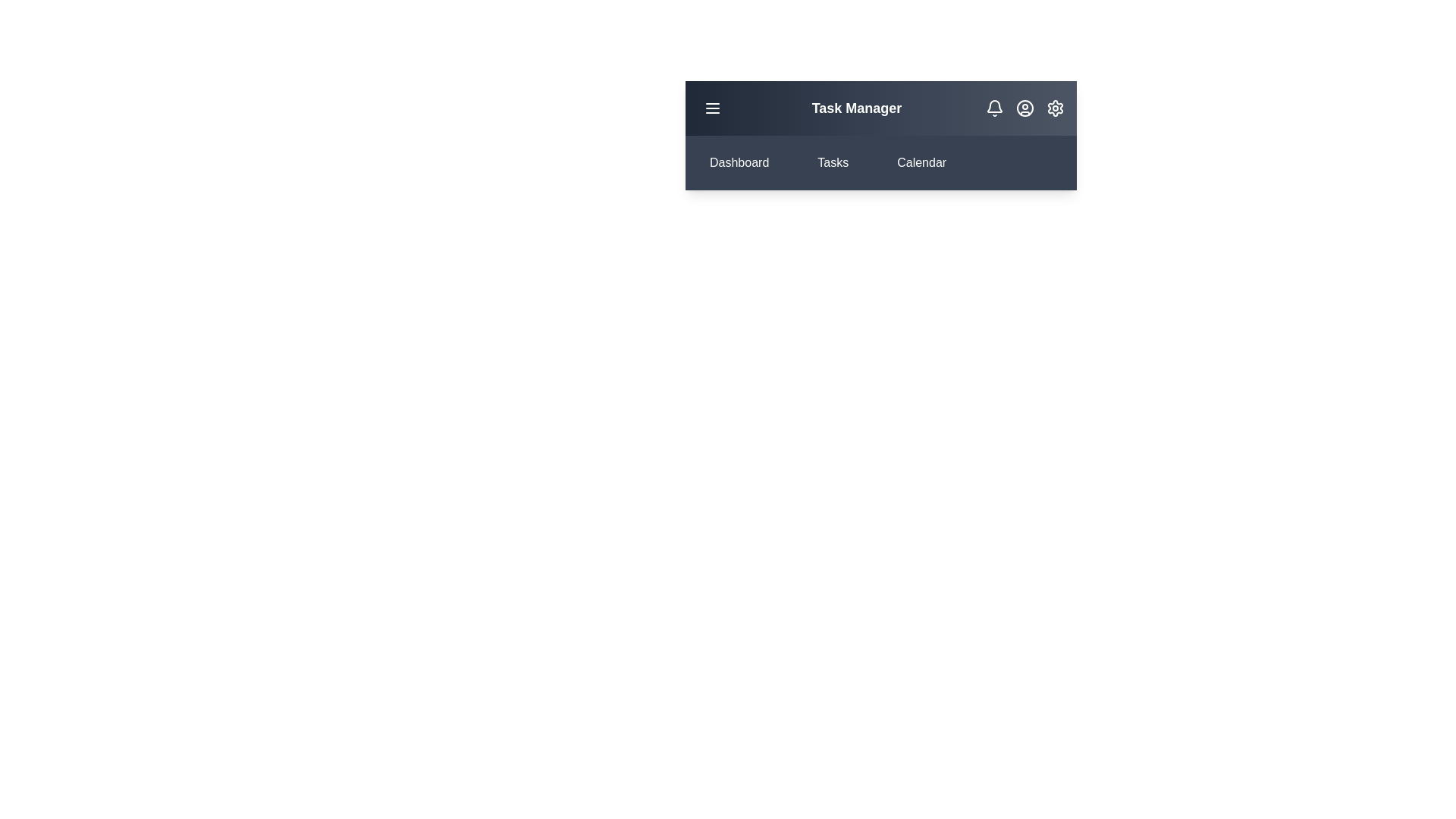 The width and height of the screenshot is (1456, 819). I want to click on the 'Tasks' section to navigate to it, so click(832, 163).